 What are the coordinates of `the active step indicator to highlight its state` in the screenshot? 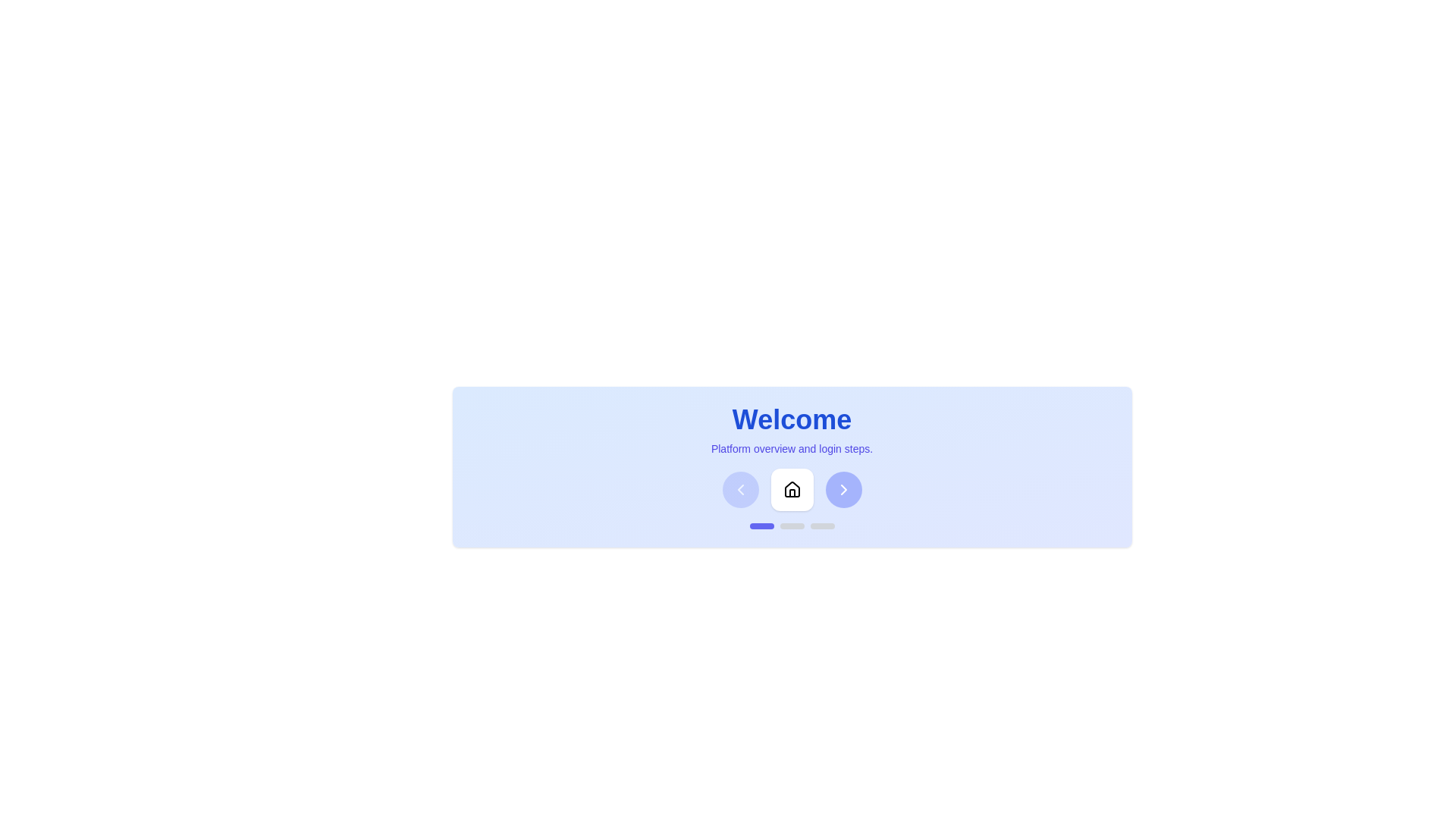 It's located at (761, 526).